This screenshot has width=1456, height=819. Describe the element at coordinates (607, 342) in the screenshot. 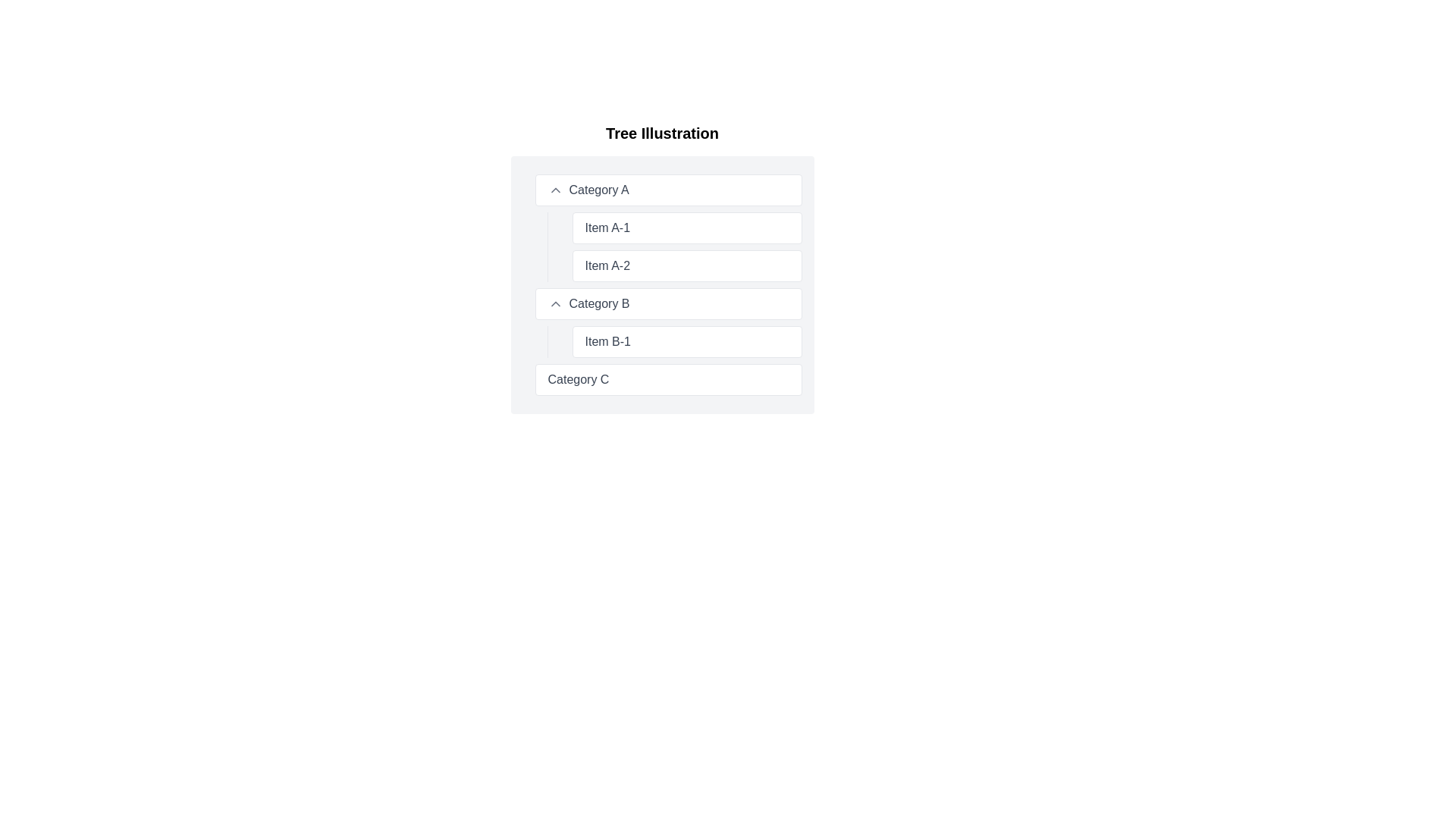

I see `the Text Label that contains the text 'Item B-1' located under Category B in the hierarchical tree structure to possibly reveal additional information` at that location.